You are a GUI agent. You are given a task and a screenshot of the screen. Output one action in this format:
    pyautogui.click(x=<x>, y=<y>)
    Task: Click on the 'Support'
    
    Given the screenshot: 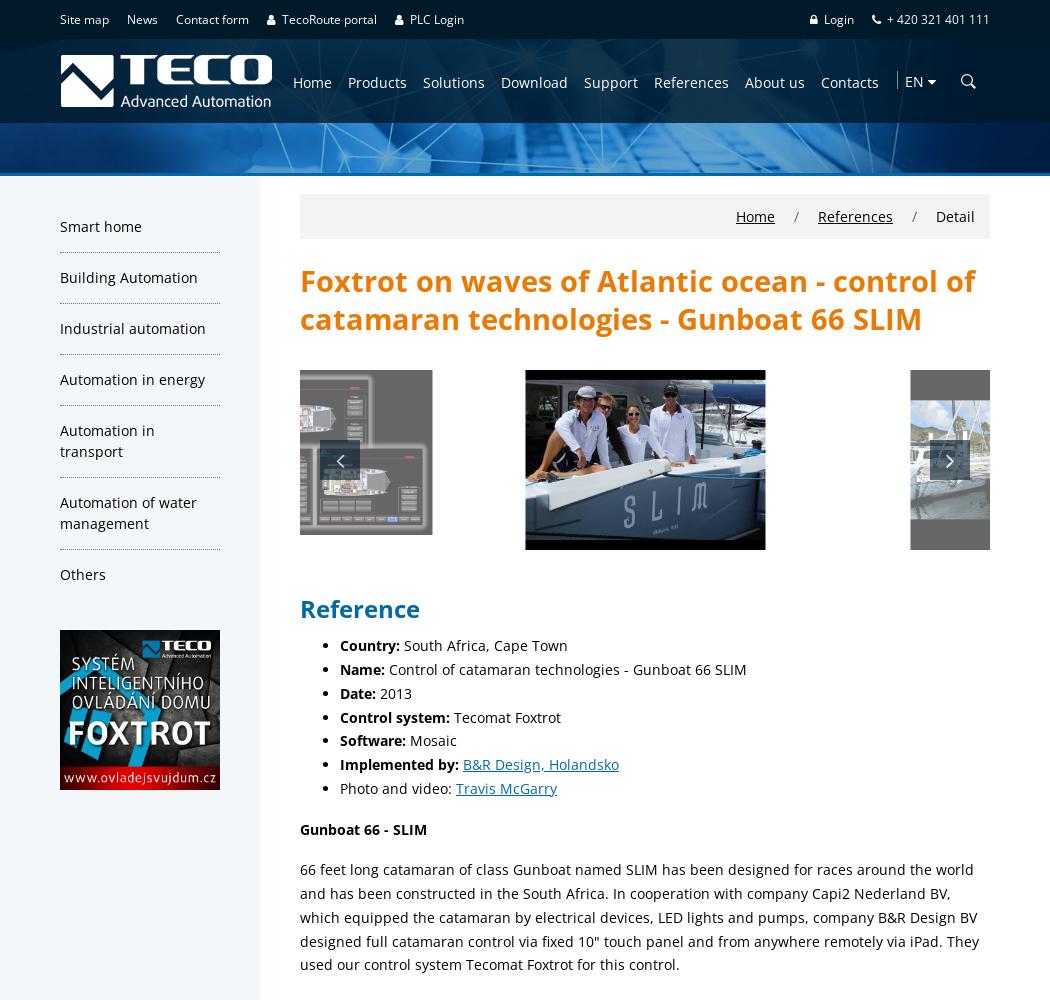 What is the action you would take?
    pyautogui.click(x=610, y=80)
    